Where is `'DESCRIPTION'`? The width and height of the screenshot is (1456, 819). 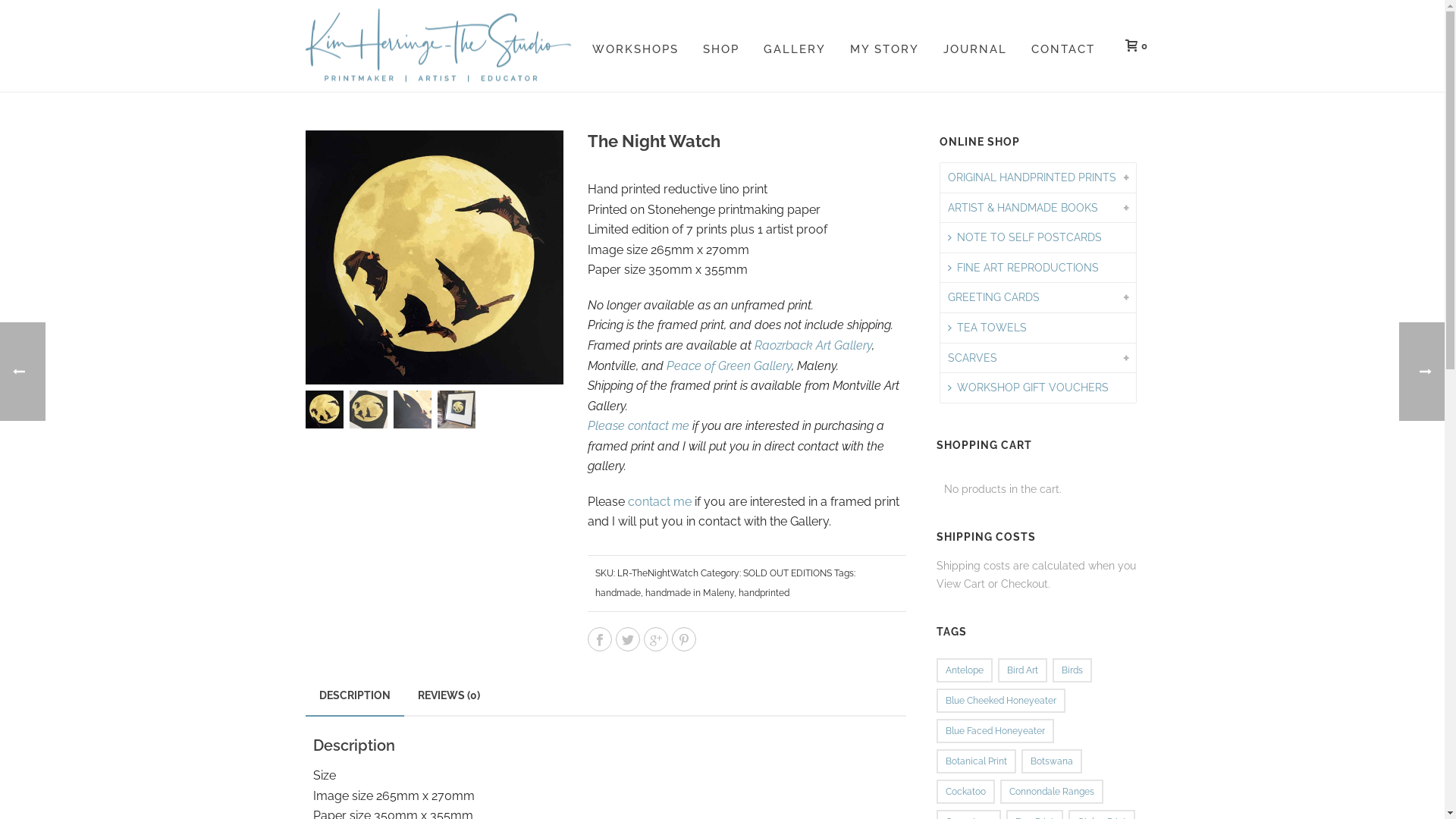 'DESCRIPTION' is located at coordinates (353, 696).